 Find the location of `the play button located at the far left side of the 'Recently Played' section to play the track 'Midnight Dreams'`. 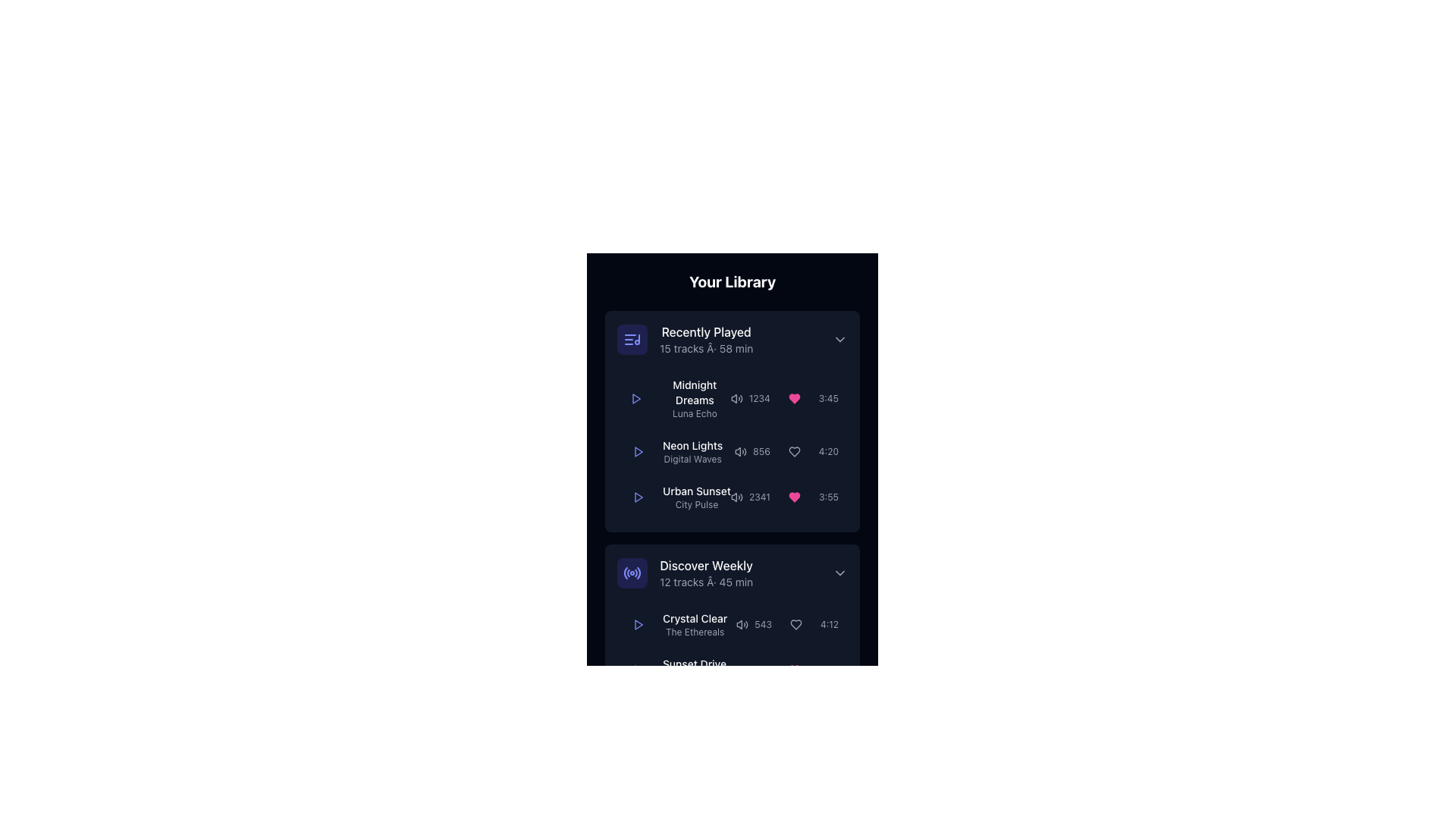

the play button located at the far left side of the 'Recently Played' section to play the track 'Midnight Dreams' is located at coordinates (636, 397).